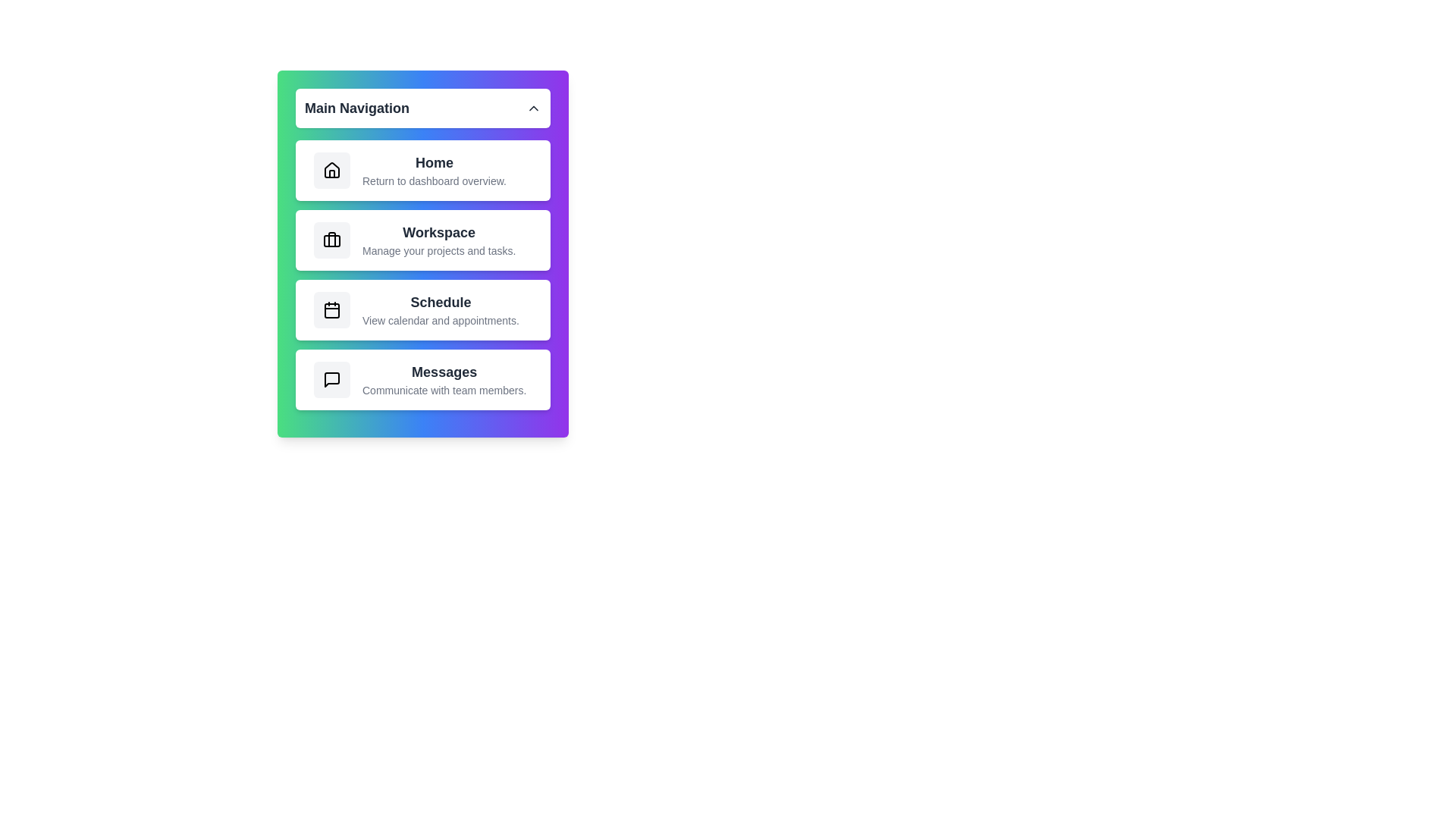 The width and height of the screenshot is (1456, 819). I want to click on the 'Workspace' navigation item, so click(422, 239).